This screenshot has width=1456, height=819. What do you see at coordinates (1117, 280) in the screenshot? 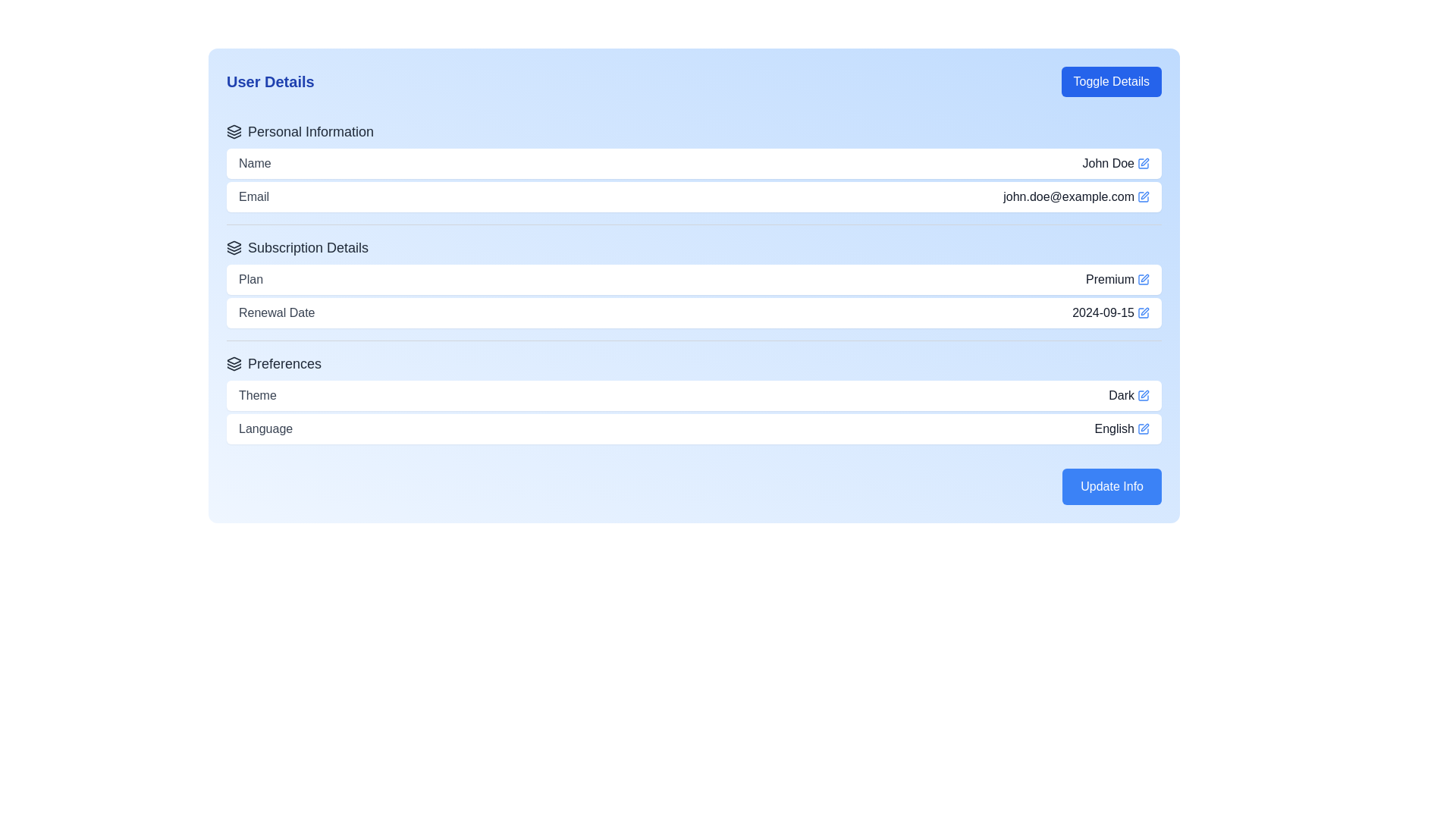
I see `the 'Premium' text label displayed in bold, dark gray font located beside the small blue edit icon in the 'Subscription Details' section under the 'Plan' row` at bounding box center [1117, 280].